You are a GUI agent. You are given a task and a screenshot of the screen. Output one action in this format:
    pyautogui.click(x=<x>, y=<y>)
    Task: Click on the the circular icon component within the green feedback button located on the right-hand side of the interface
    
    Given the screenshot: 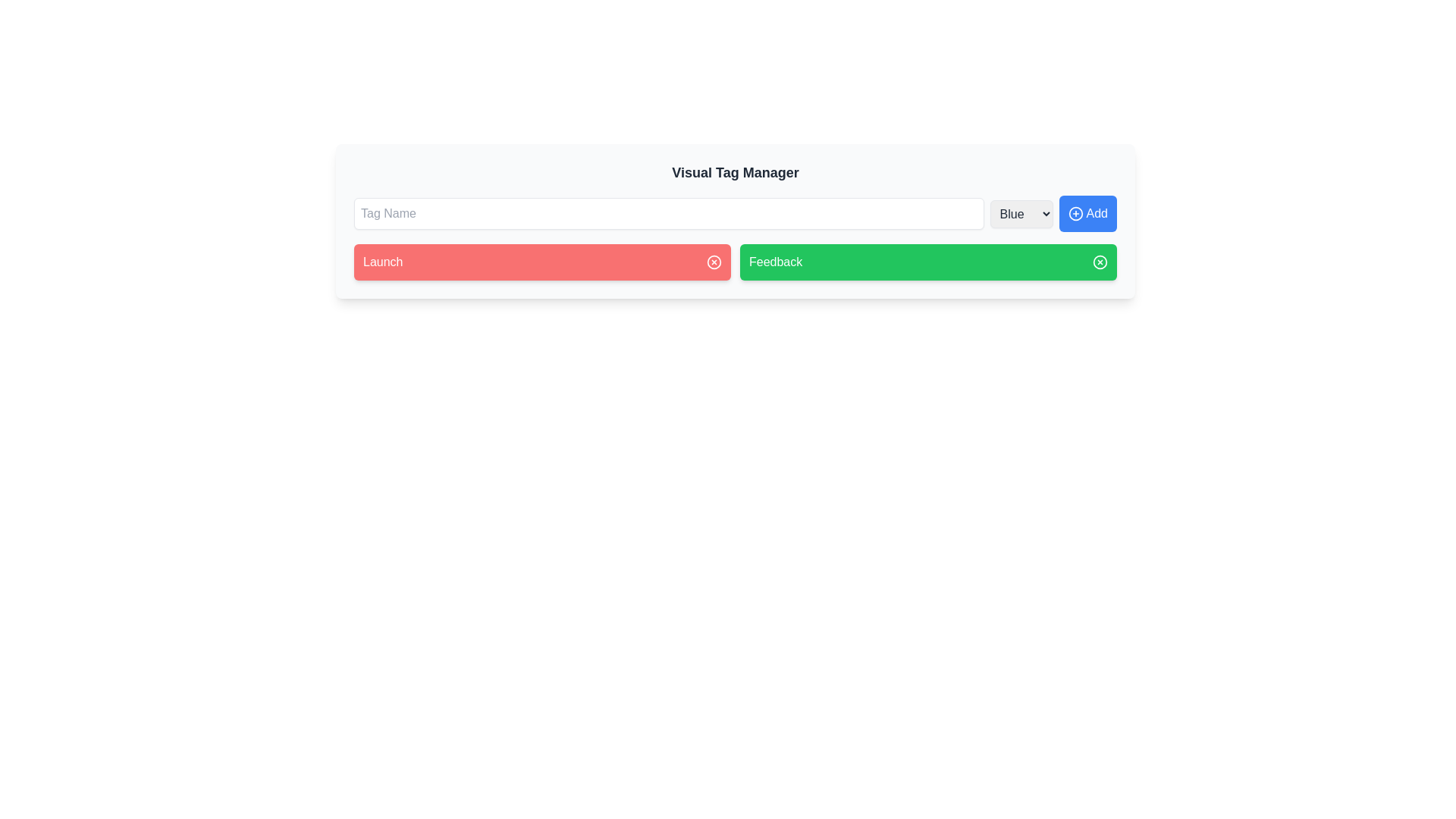 What is the action you would take?
    pyautogui.click(x=1100, y=262)
    